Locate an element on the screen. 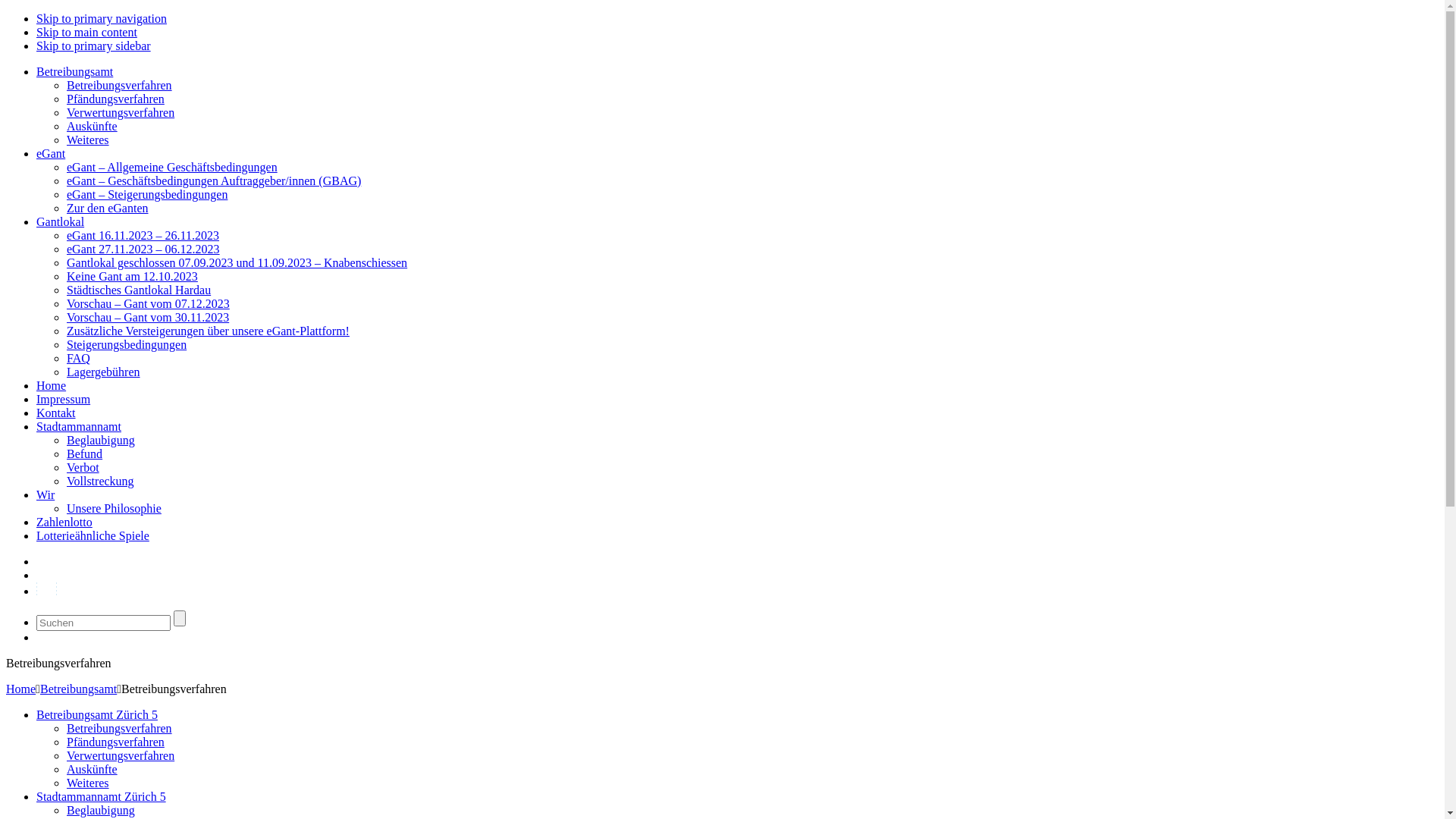  'Beglaubigung' is located at coordinates (100, 809).